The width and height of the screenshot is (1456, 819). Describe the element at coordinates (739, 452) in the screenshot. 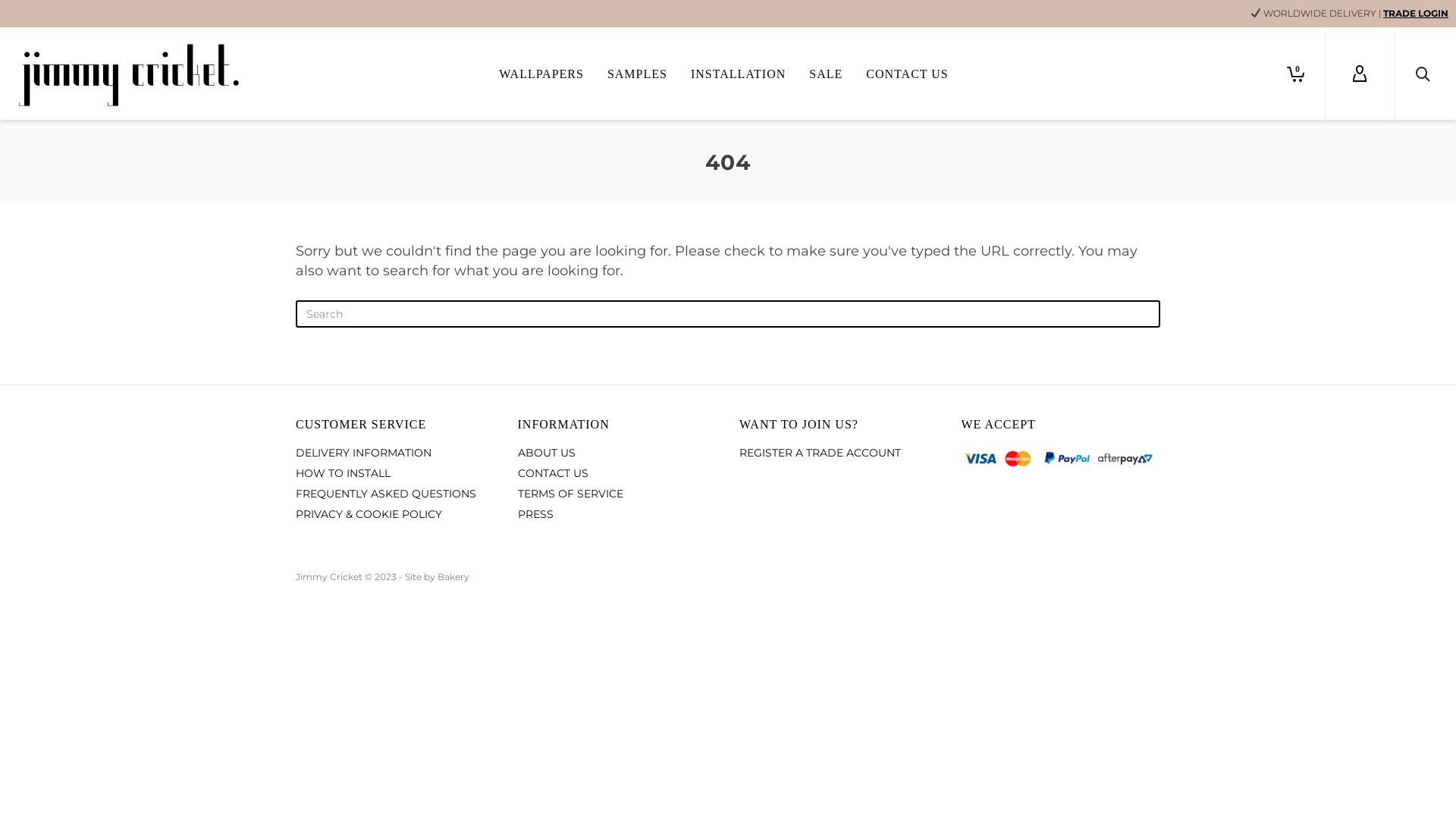

I see `'REGISTER A TRADE ACCOUNT'` at that location.